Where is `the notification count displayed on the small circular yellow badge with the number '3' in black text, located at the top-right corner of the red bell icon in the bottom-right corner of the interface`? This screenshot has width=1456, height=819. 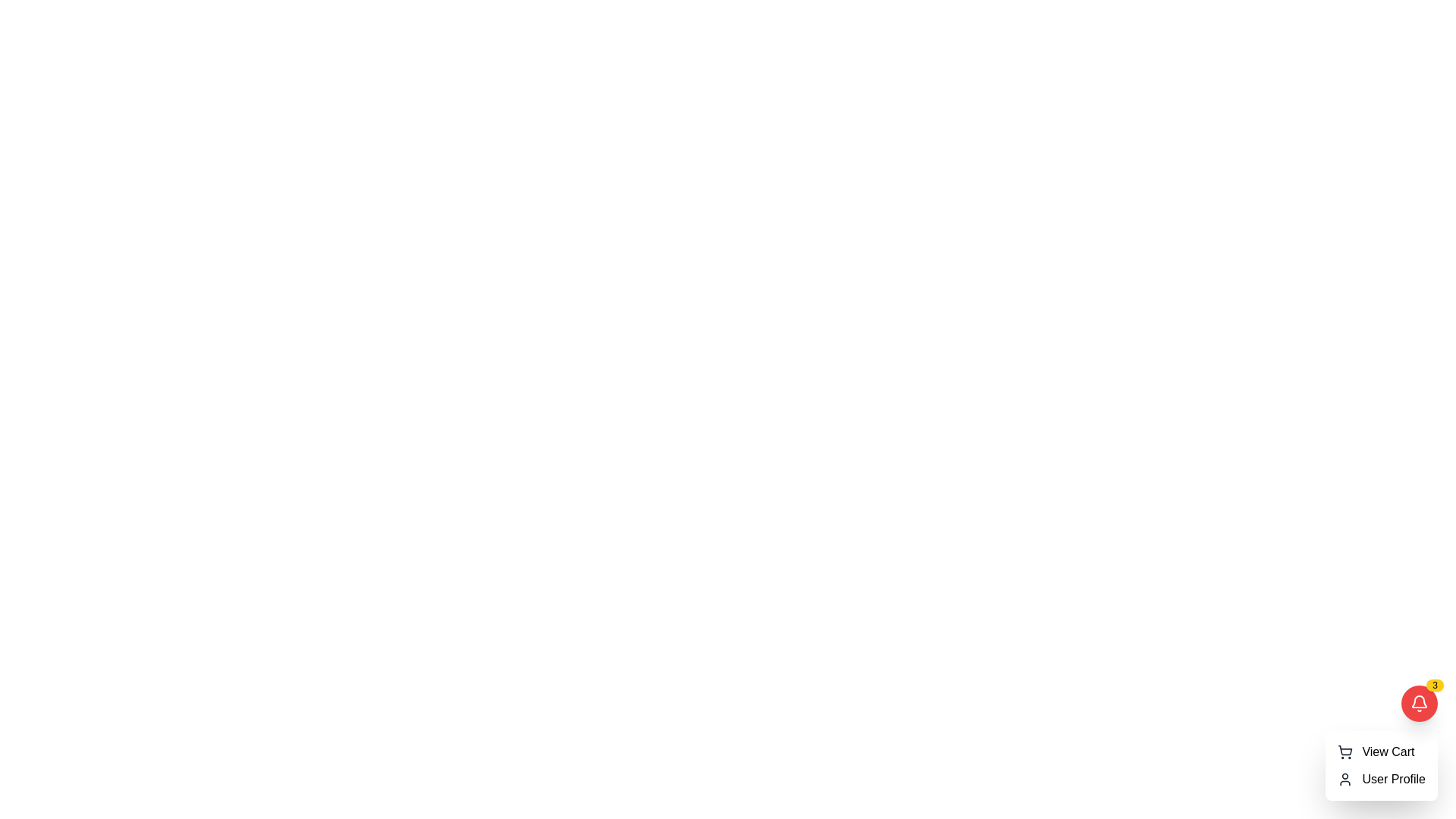
the notification count displayed on the small circular yellow badge with the number '3' in black text, located at the top-right corner of the red bell icon in the bottom-right corner of the interface is located at coordinates (1434, 685).